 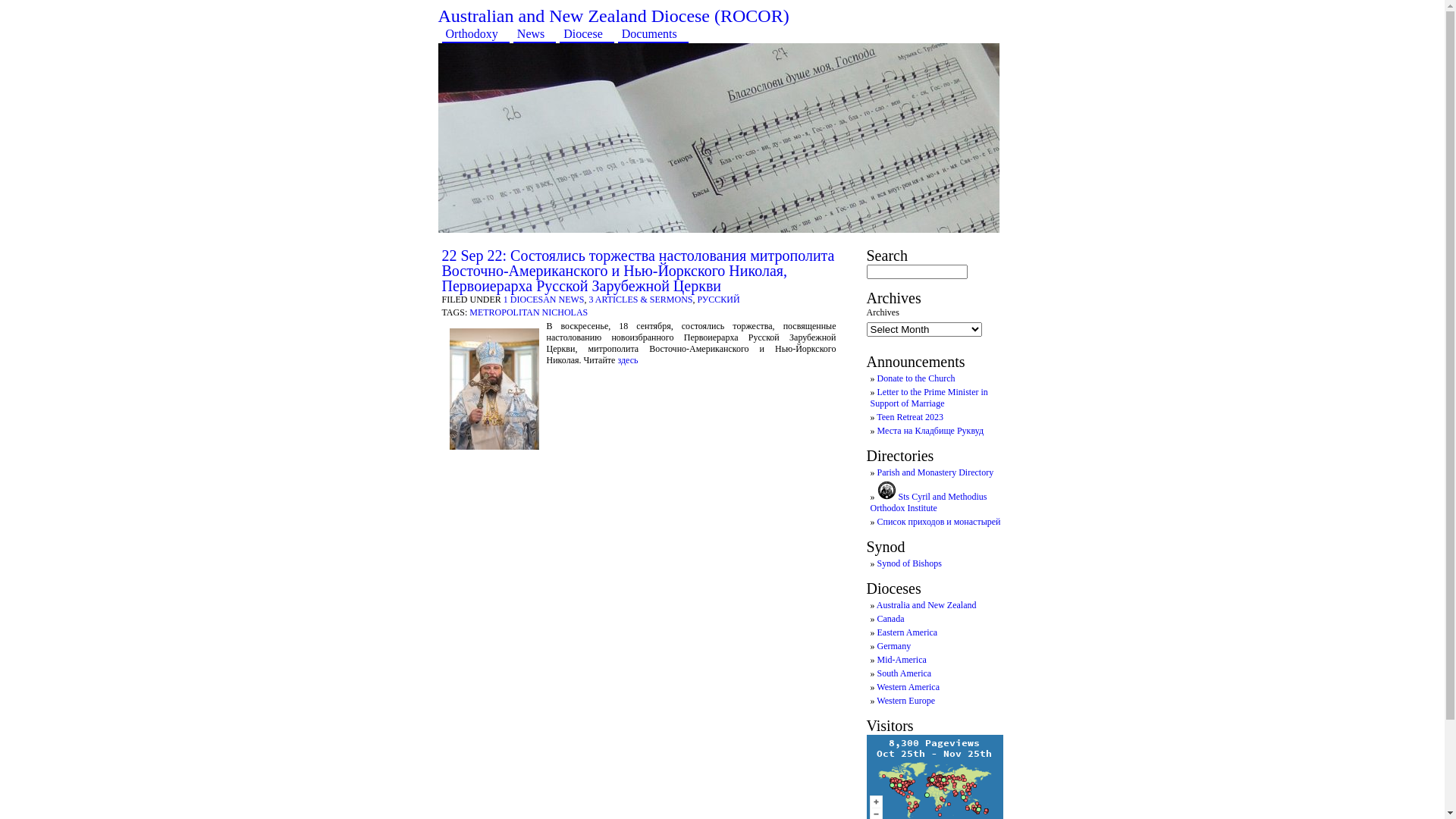 What do you see at coordinates (877, 417) in the screenshot?
I see `'Teen Retreat 2023'` at bounding box center [877, 417].